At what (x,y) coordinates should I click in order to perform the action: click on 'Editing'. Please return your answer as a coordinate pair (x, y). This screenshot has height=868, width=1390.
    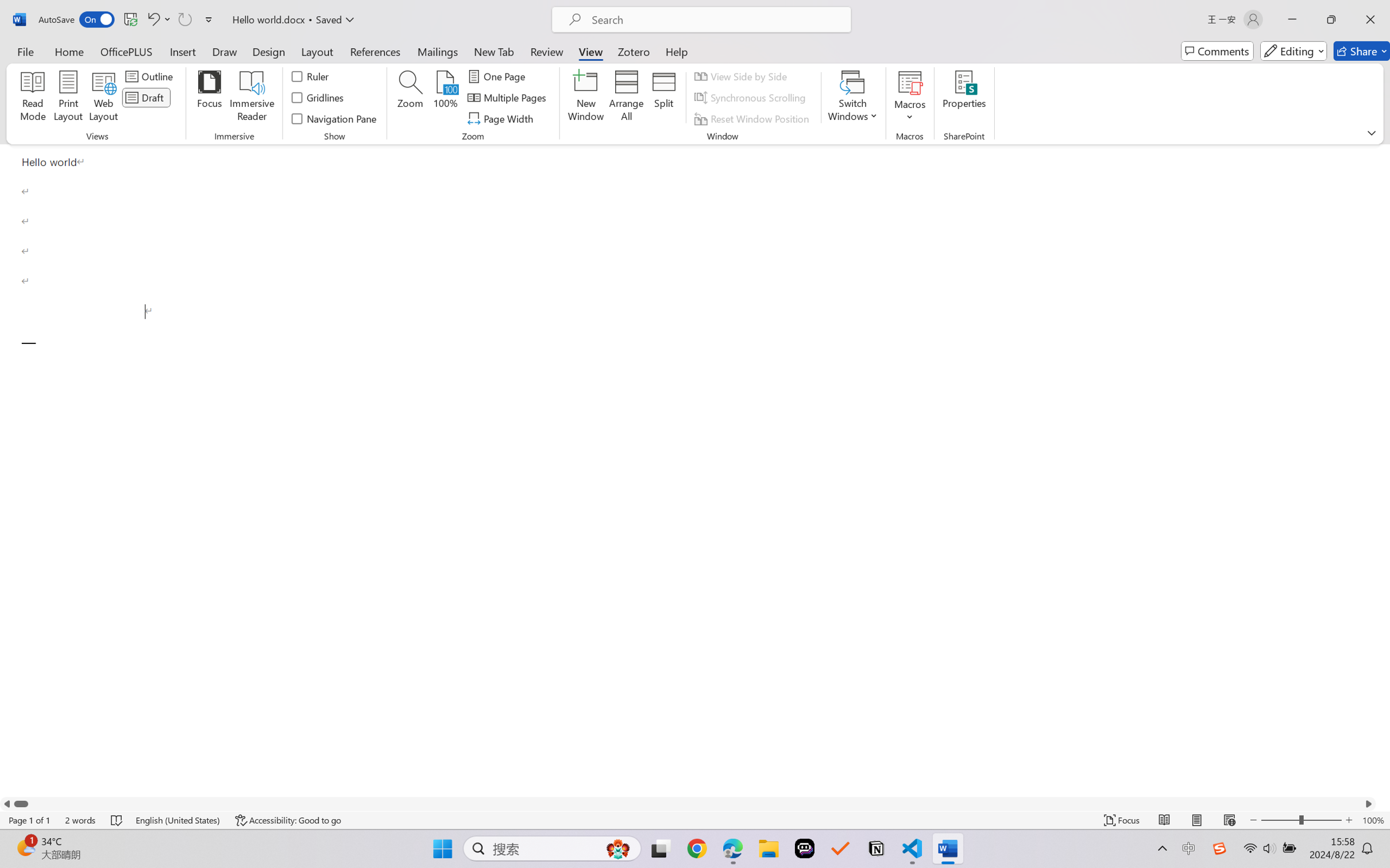
    Looking at the image, I should click on (1294, 51).